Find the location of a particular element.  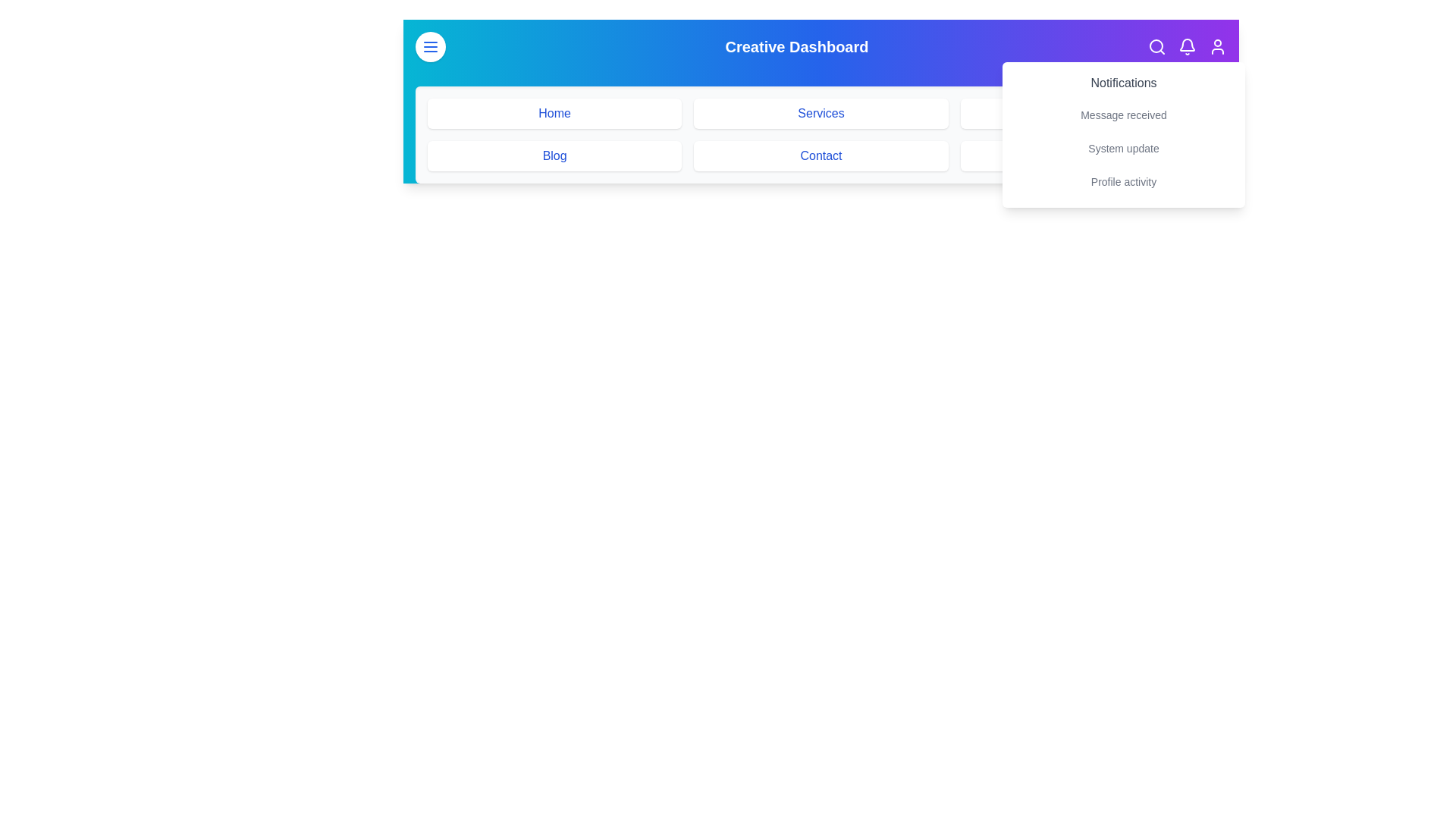

the menu item labeled Home to navigate to the corresponding section is located at coordinates (554, 113).